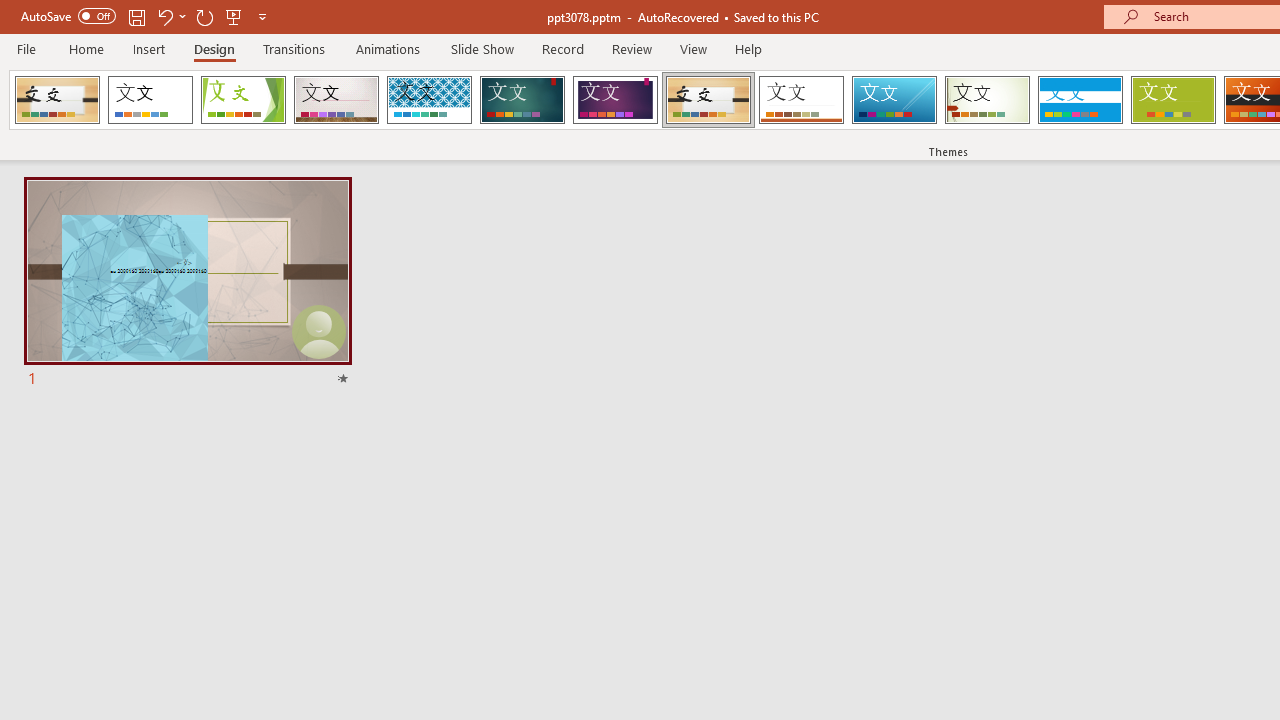  Describe the element at coordinates (1079, 100) in the screenshot. I see `'Banded'` at that location.